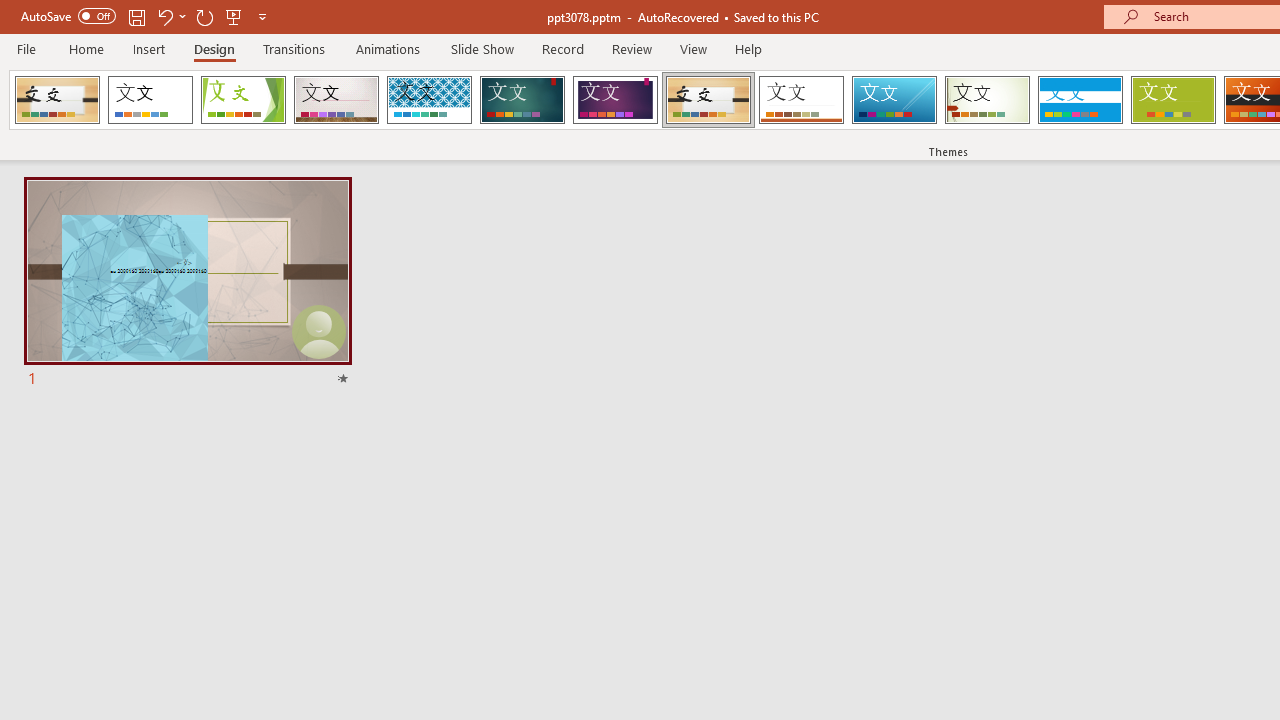  Describe the element at coordinates (1079, 100) in the screenshot. I see `'Banded'` at that location.